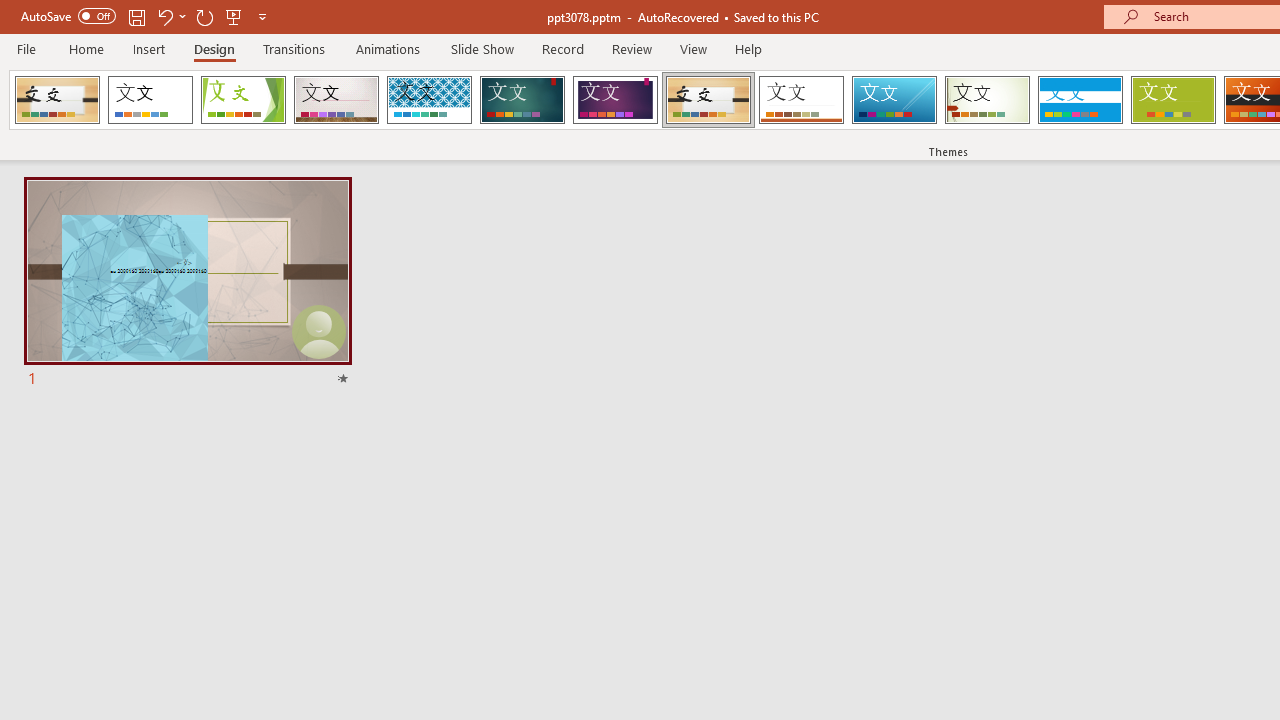  Describe the element at coordinates (1079, 100) in the screenshot. I see `'Banded'` at that location.